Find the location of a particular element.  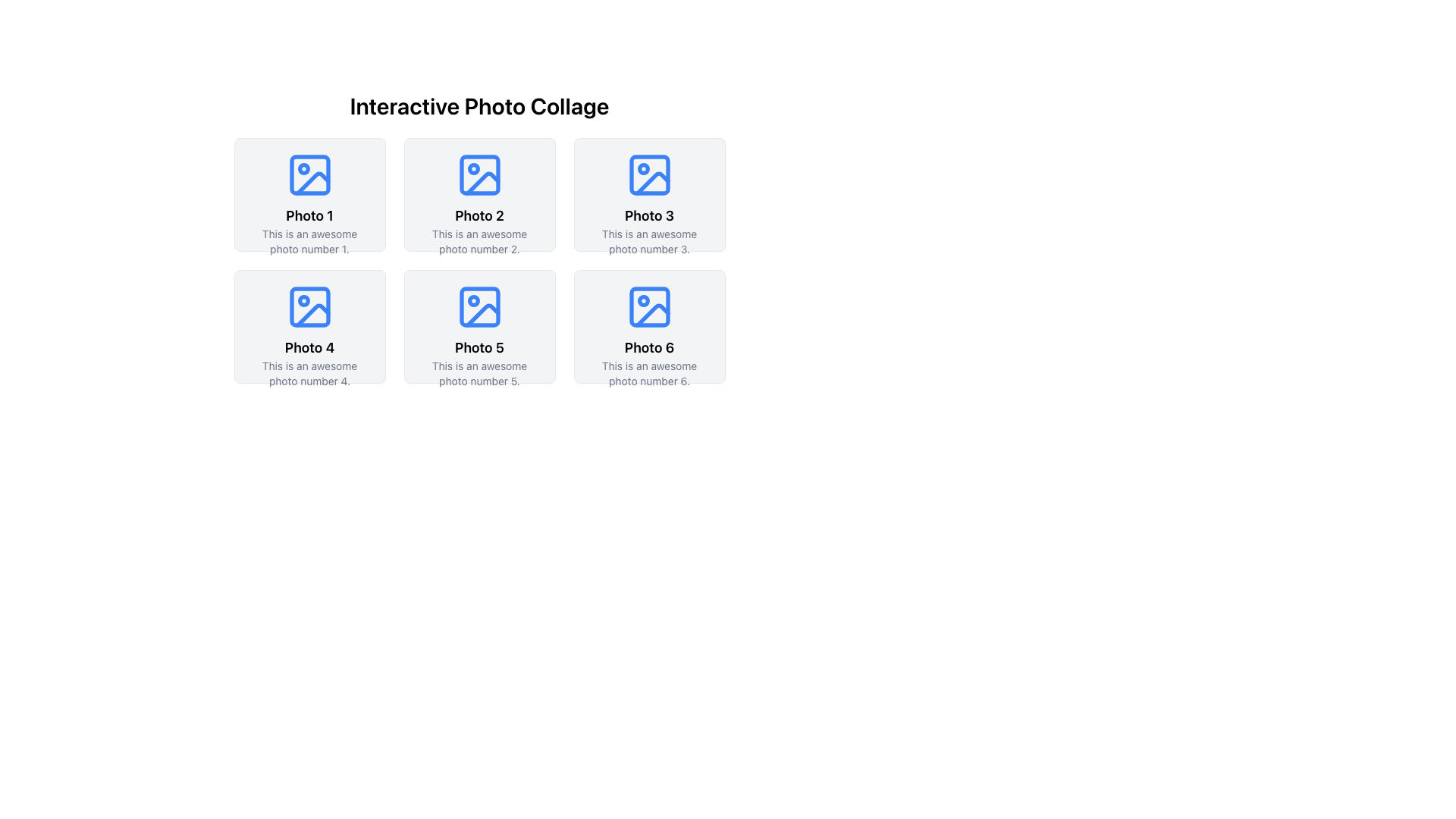

the decorative icon indicating the presence of a photo related to 'Photo 6', located in the bottom-right corner of the sixth card in a 2x3 grid layout is located at coordinates (649, 307).